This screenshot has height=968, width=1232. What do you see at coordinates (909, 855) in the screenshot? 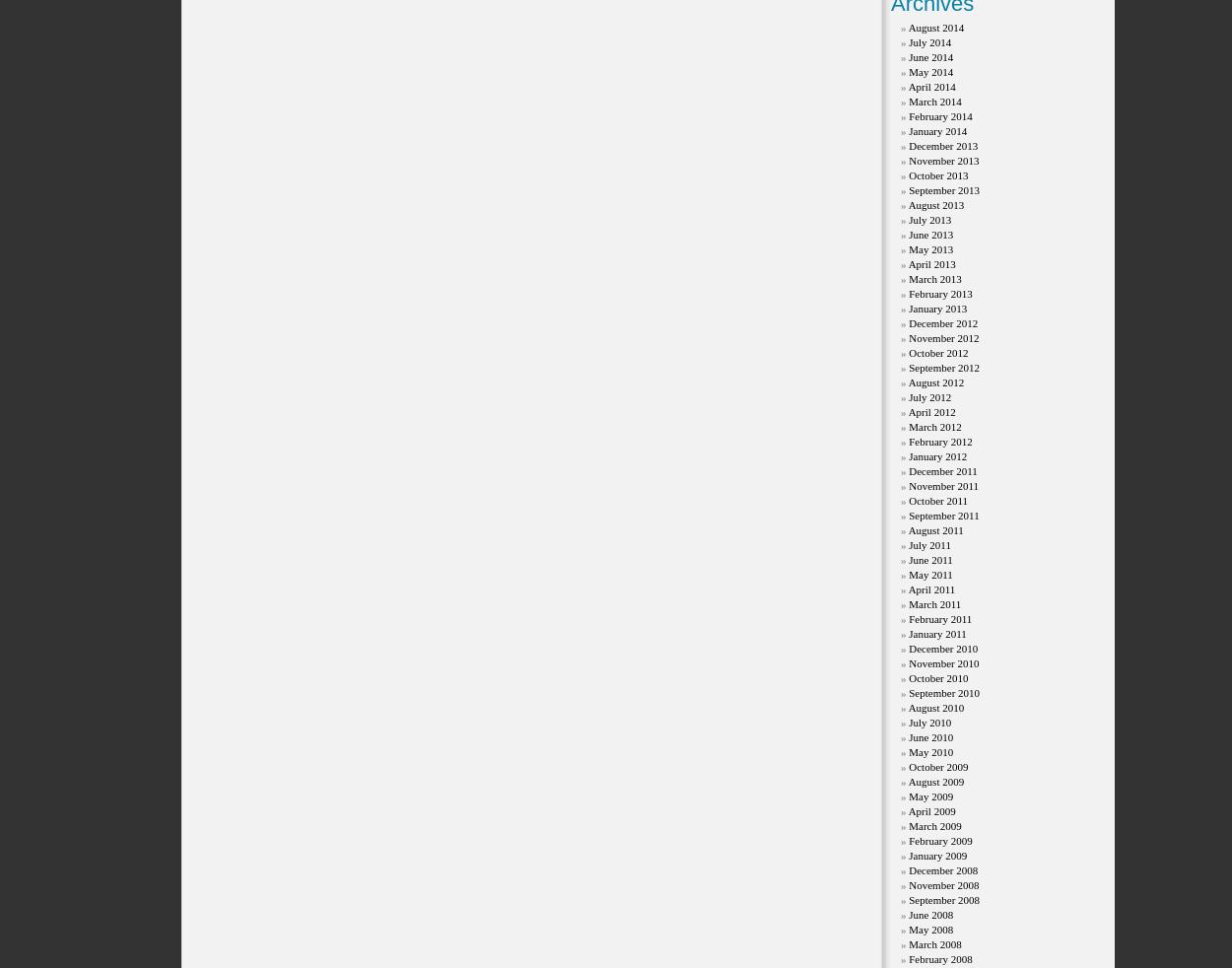
I see `'January 2009'` at bounding box center [909, 855].